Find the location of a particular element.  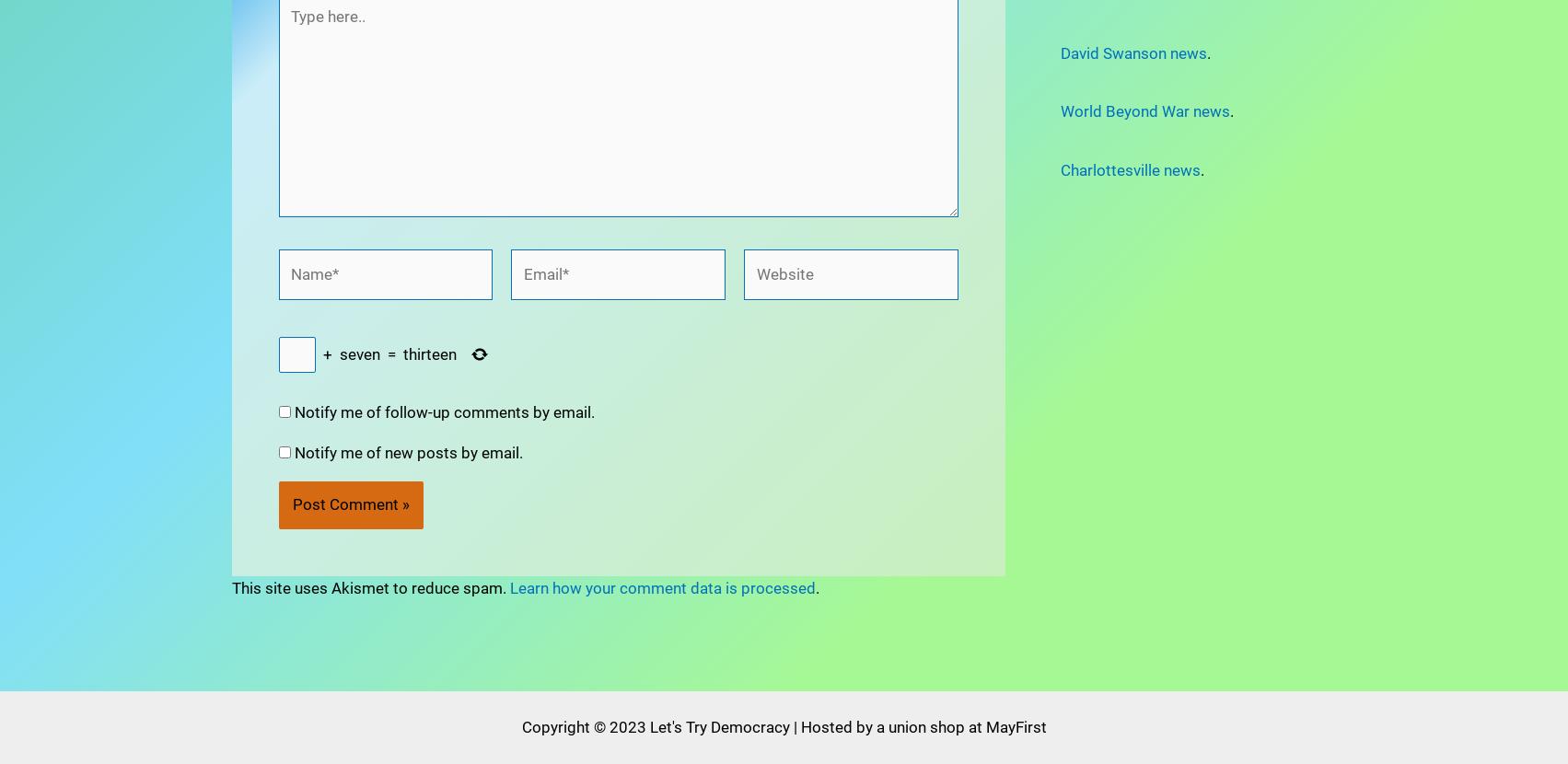

'Charlottesville news' is located at coordinates (1129, 170).